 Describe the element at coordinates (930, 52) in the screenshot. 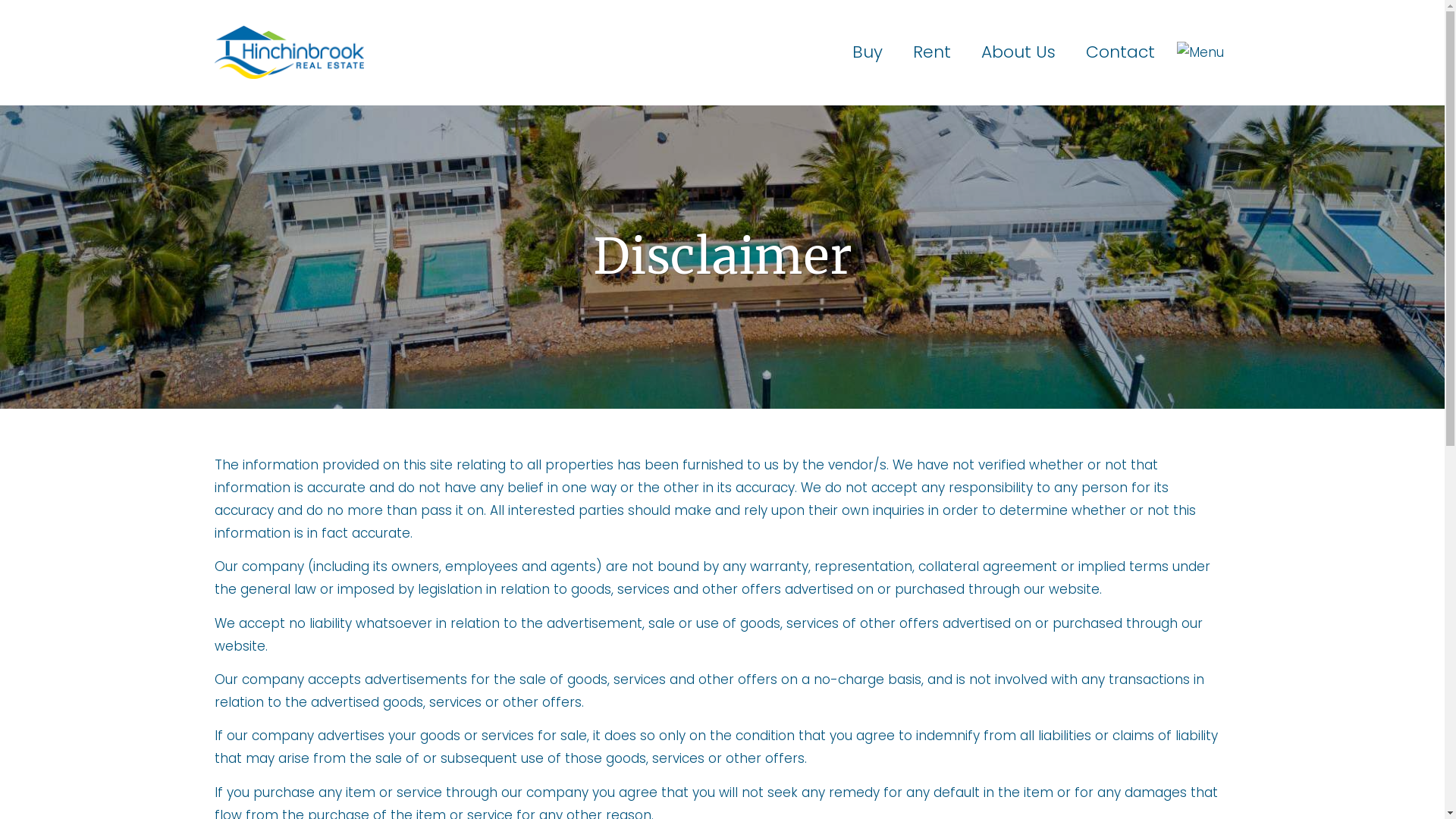

I see `'Rent'` at that location.